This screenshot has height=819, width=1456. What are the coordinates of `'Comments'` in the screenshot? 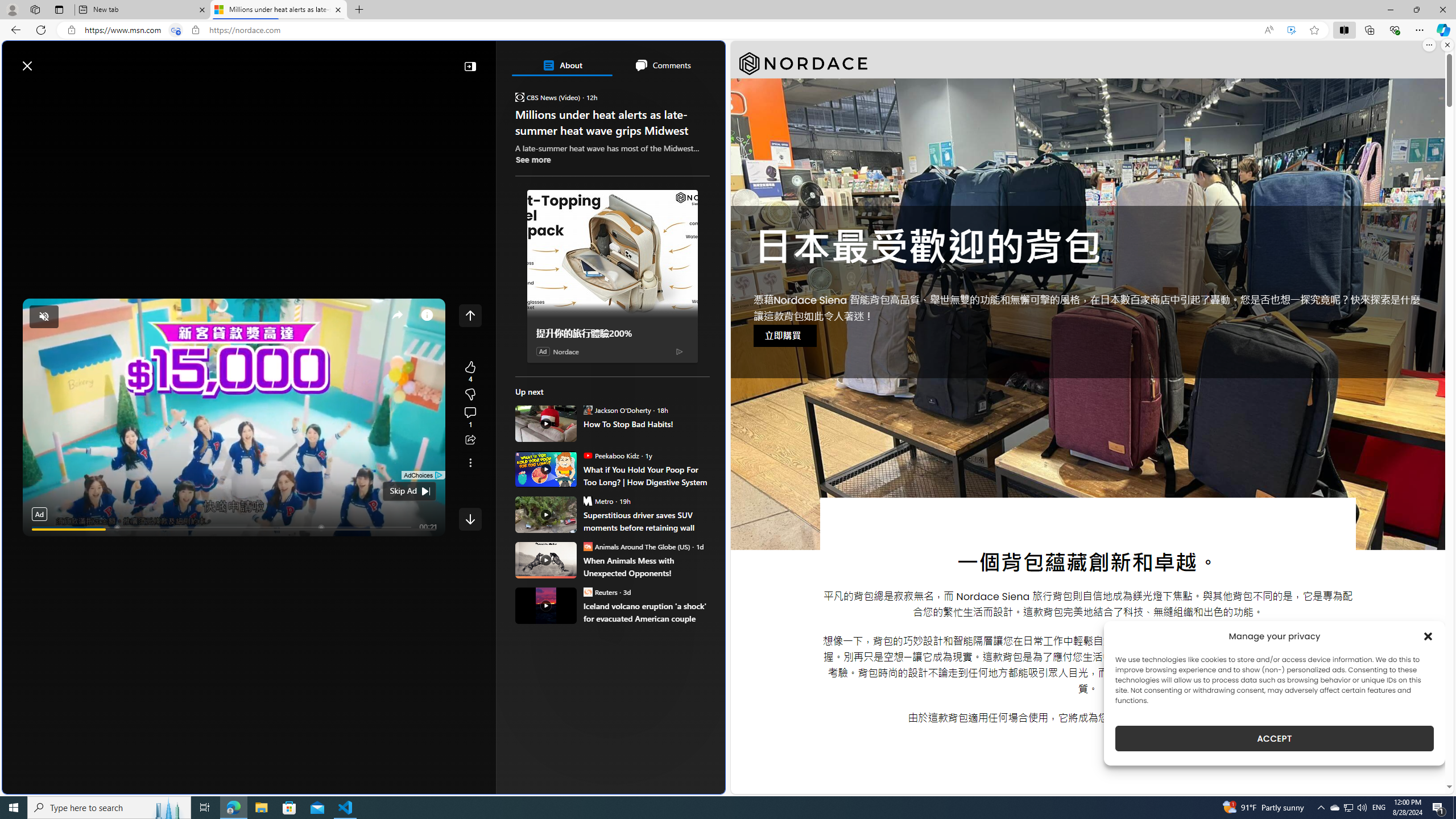 It's located at (661, 65).